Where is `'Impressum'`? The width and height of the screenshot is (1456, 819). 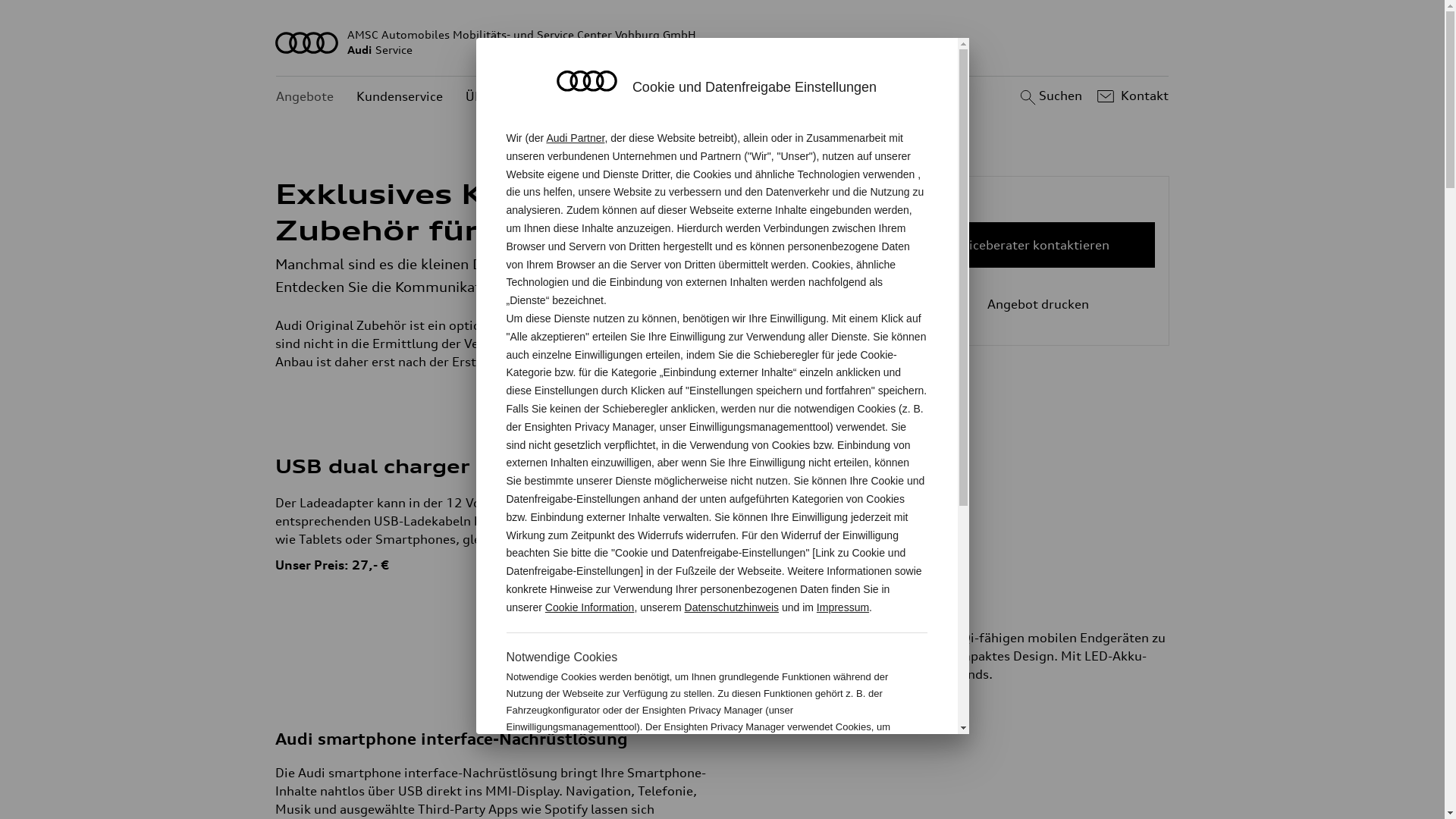
'Impressum' is located at coordinates (842, 607).